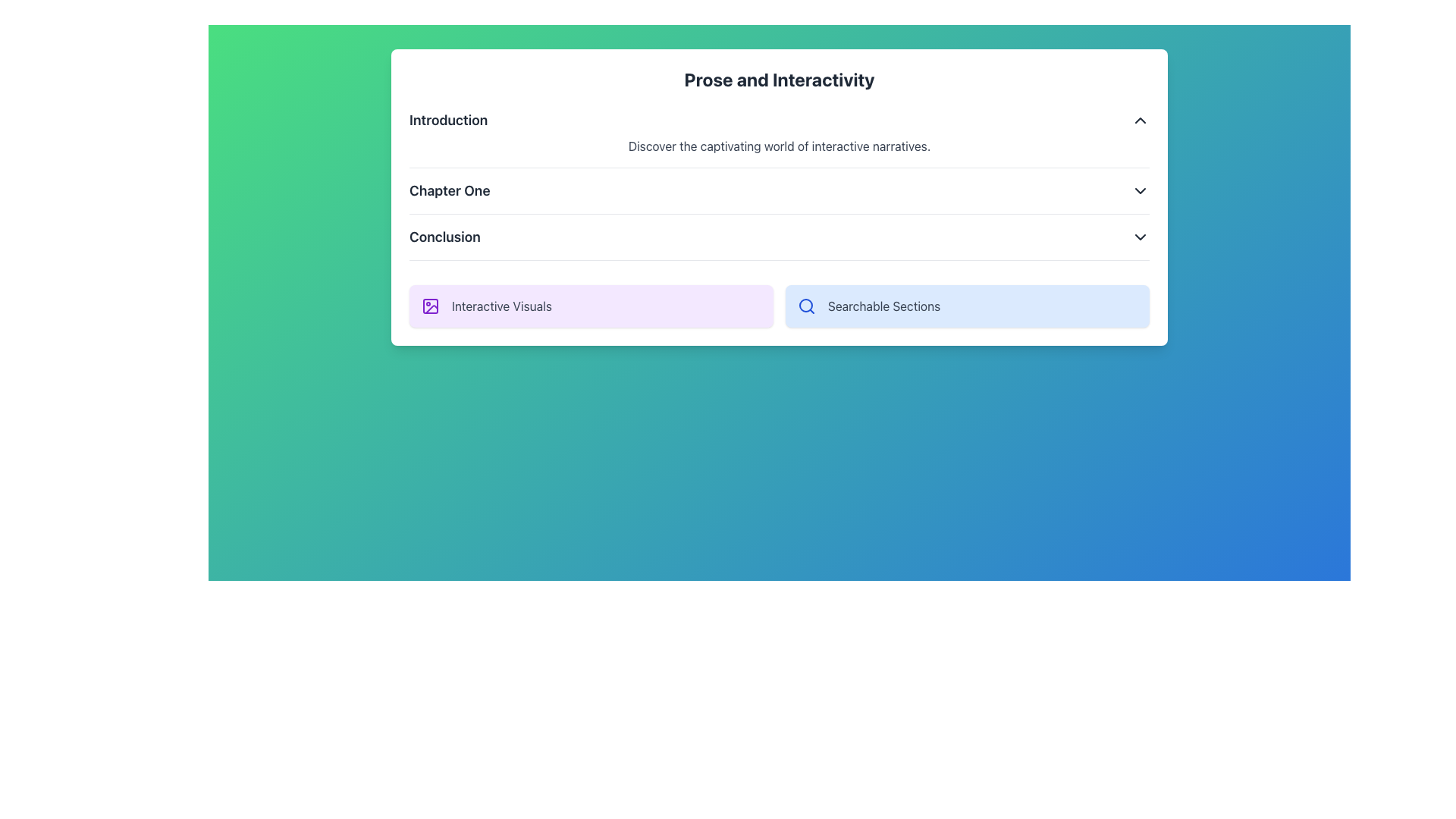 This screenshot has height=819, width=1456. Describe the element at coordinates (1140, 237) in the screenshot. I see `the downward pointing chevron icon located to the right of the 'Conclusion' text` at that location.